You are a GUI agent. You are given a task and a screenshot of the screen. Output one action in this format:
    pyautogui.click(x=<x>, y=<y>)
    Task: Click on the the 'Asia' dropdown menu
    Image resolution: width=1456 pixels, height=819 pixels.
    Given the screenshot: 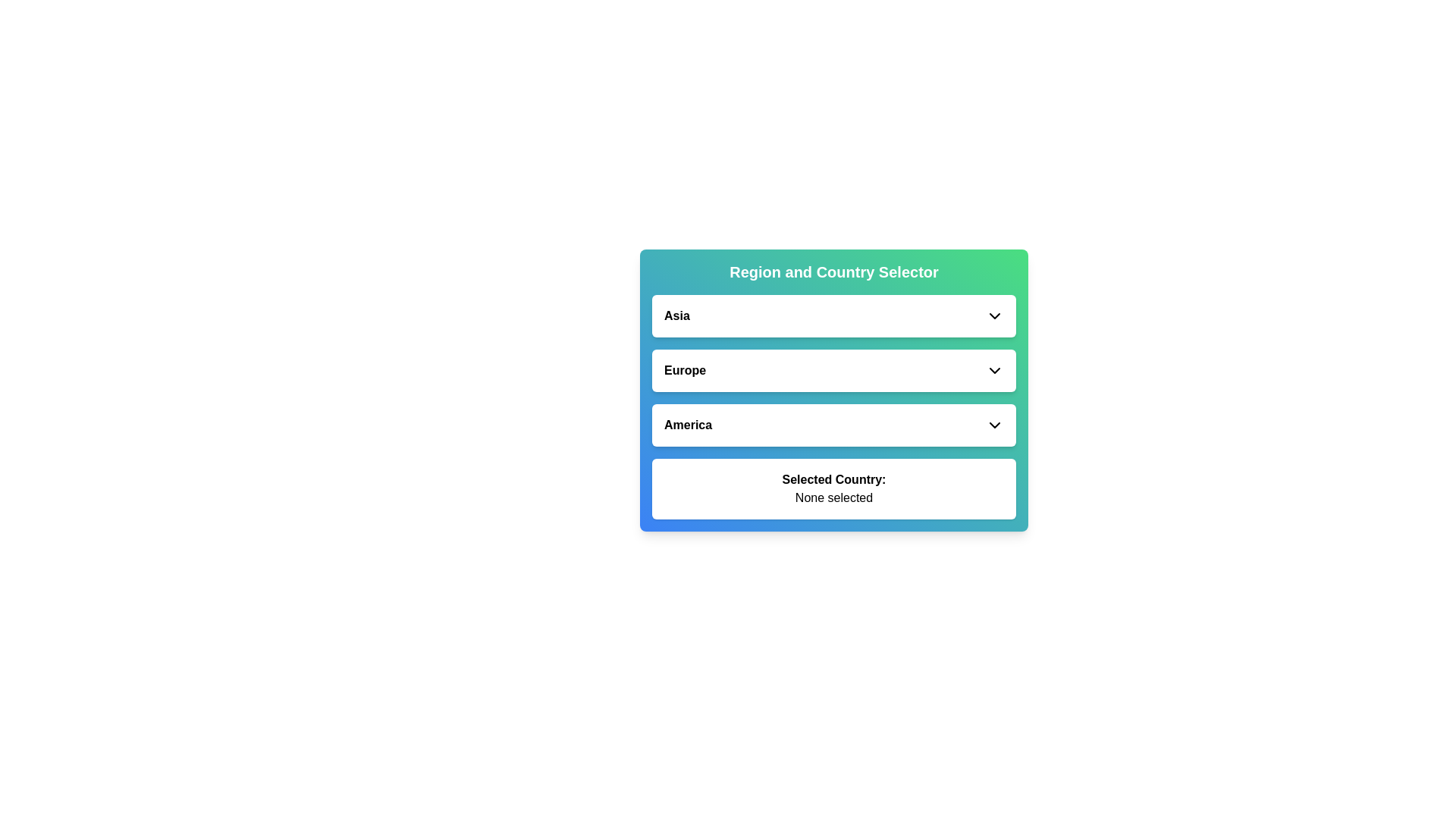 What is the action you would take?
    pyautogui.click(x=833, y=315)
    